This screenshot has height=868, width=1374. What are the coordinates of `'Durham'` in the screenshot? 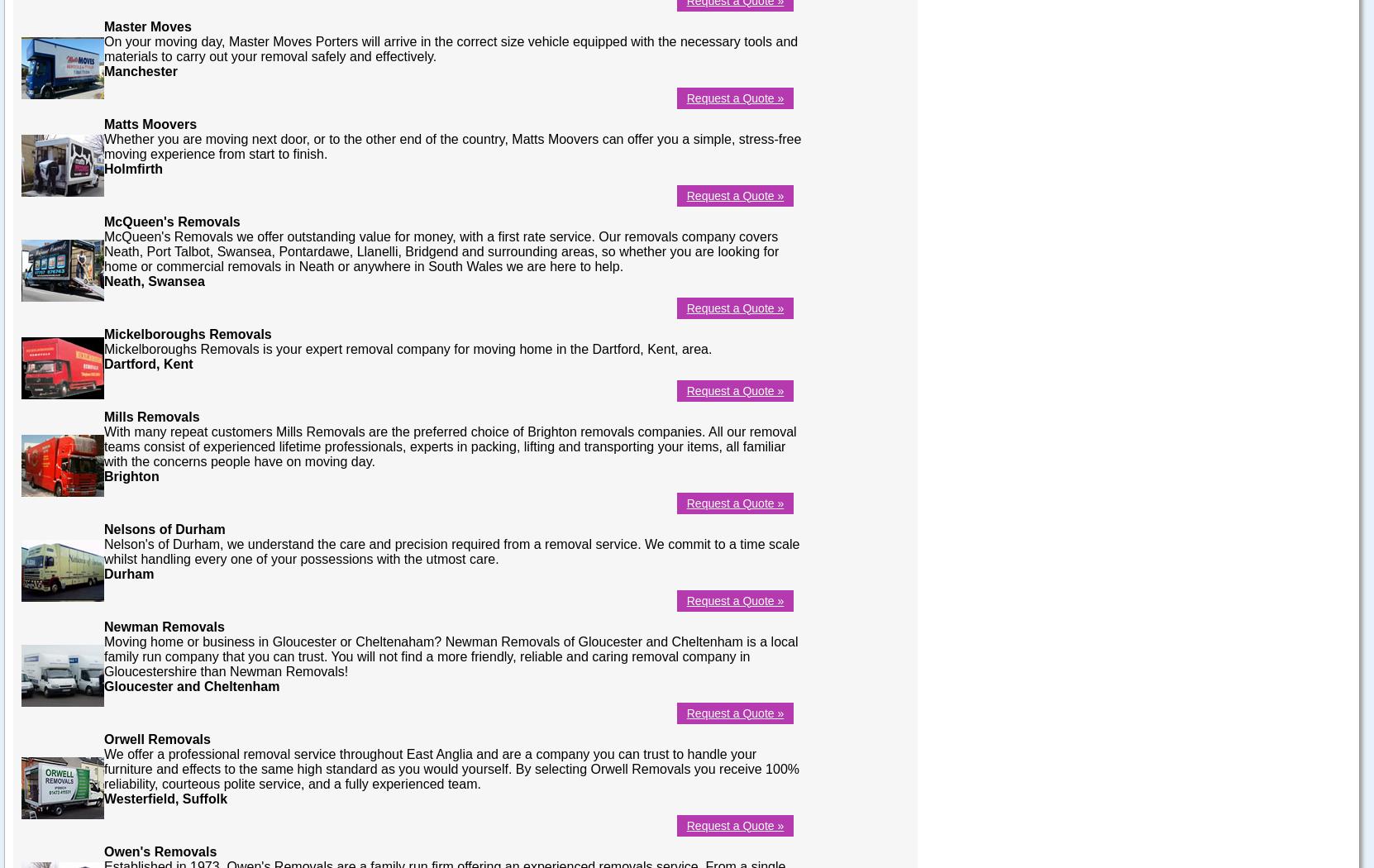 It's located at (103, 573).